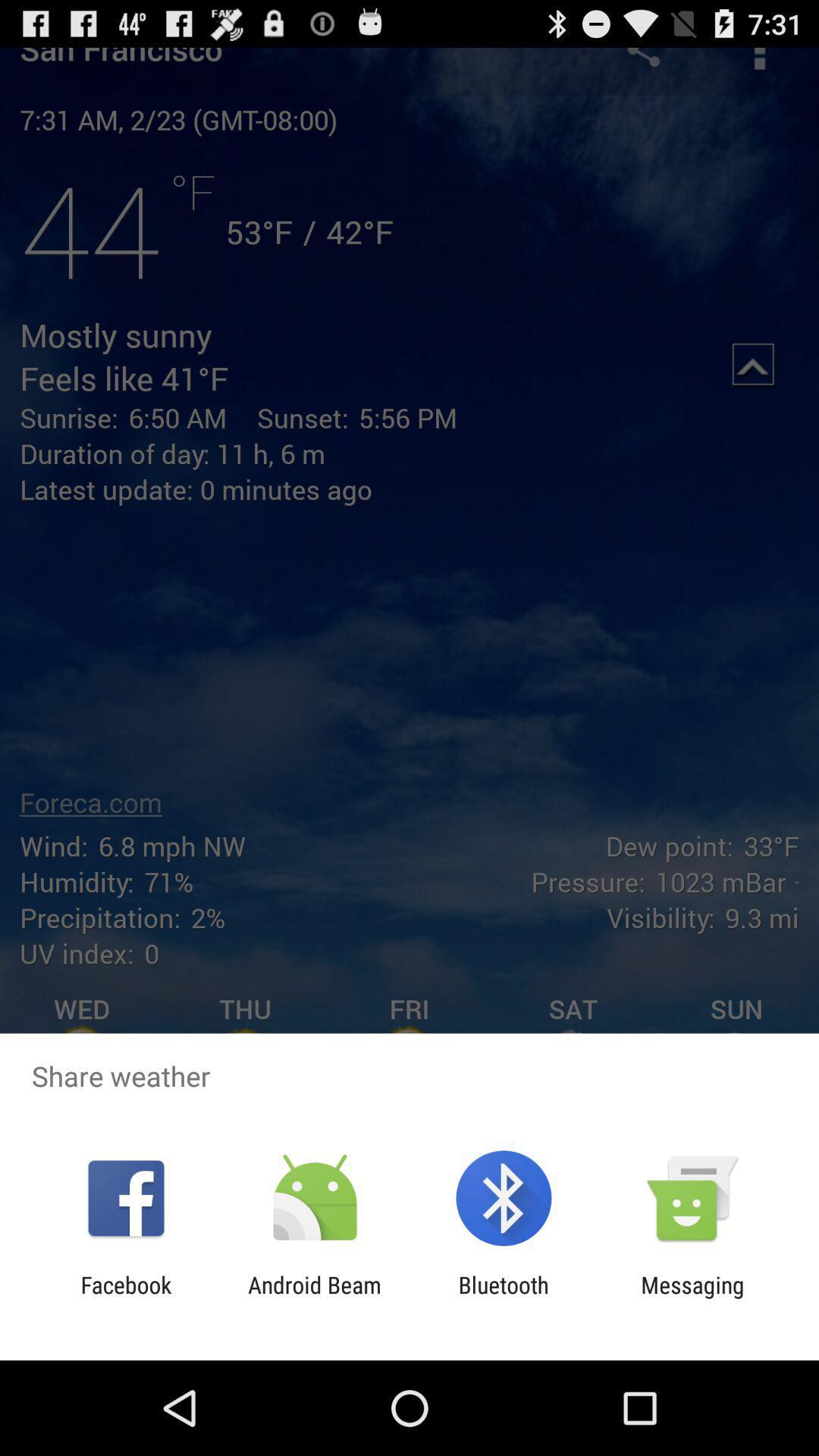 The height and width of the screenshot is (1456, 819). I want to click on the app next to the android beam icon, so click(125, 1298).